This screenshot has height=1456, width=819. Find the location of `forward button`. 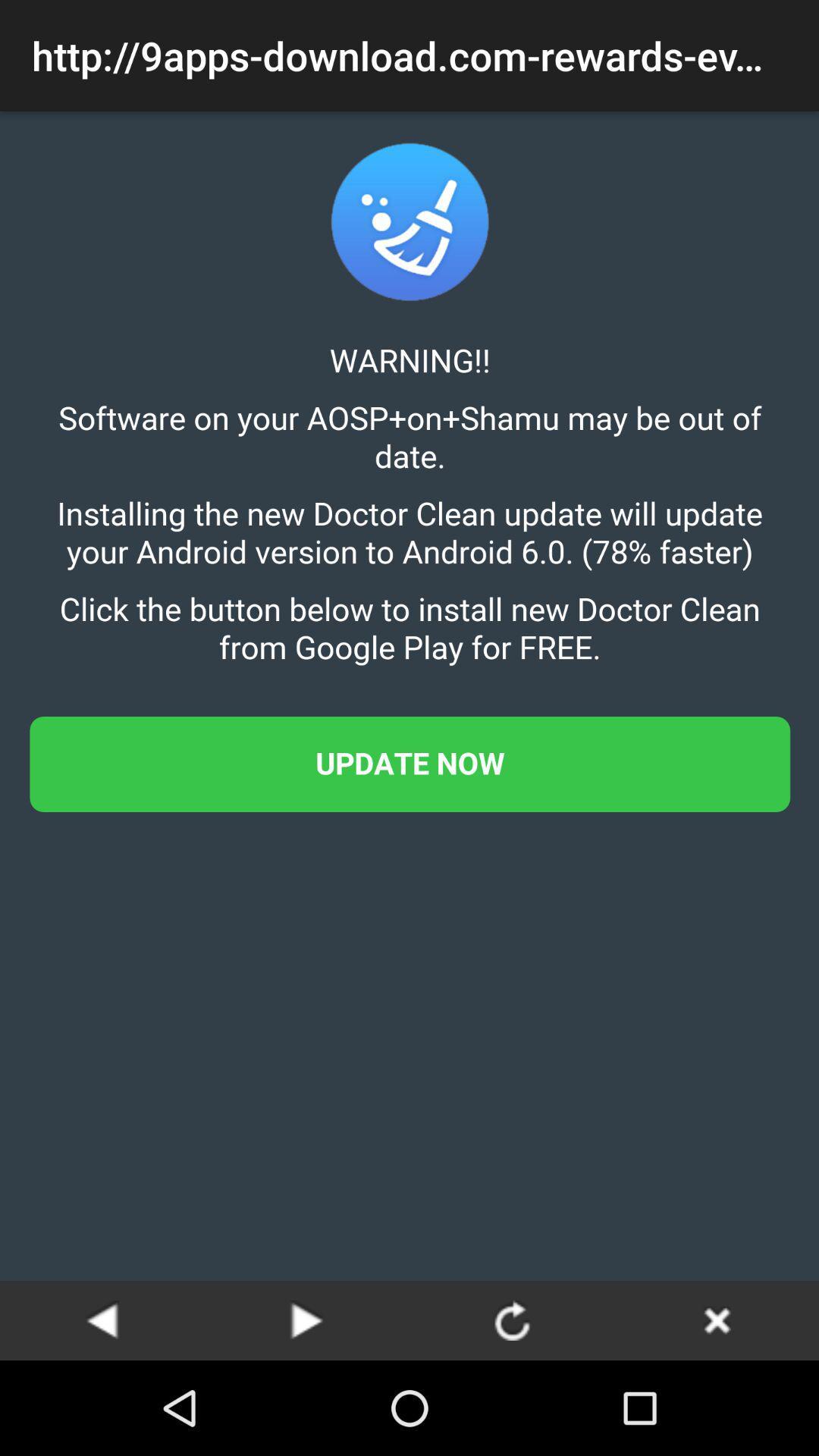

forward button is located at coordinates (307, 1319).